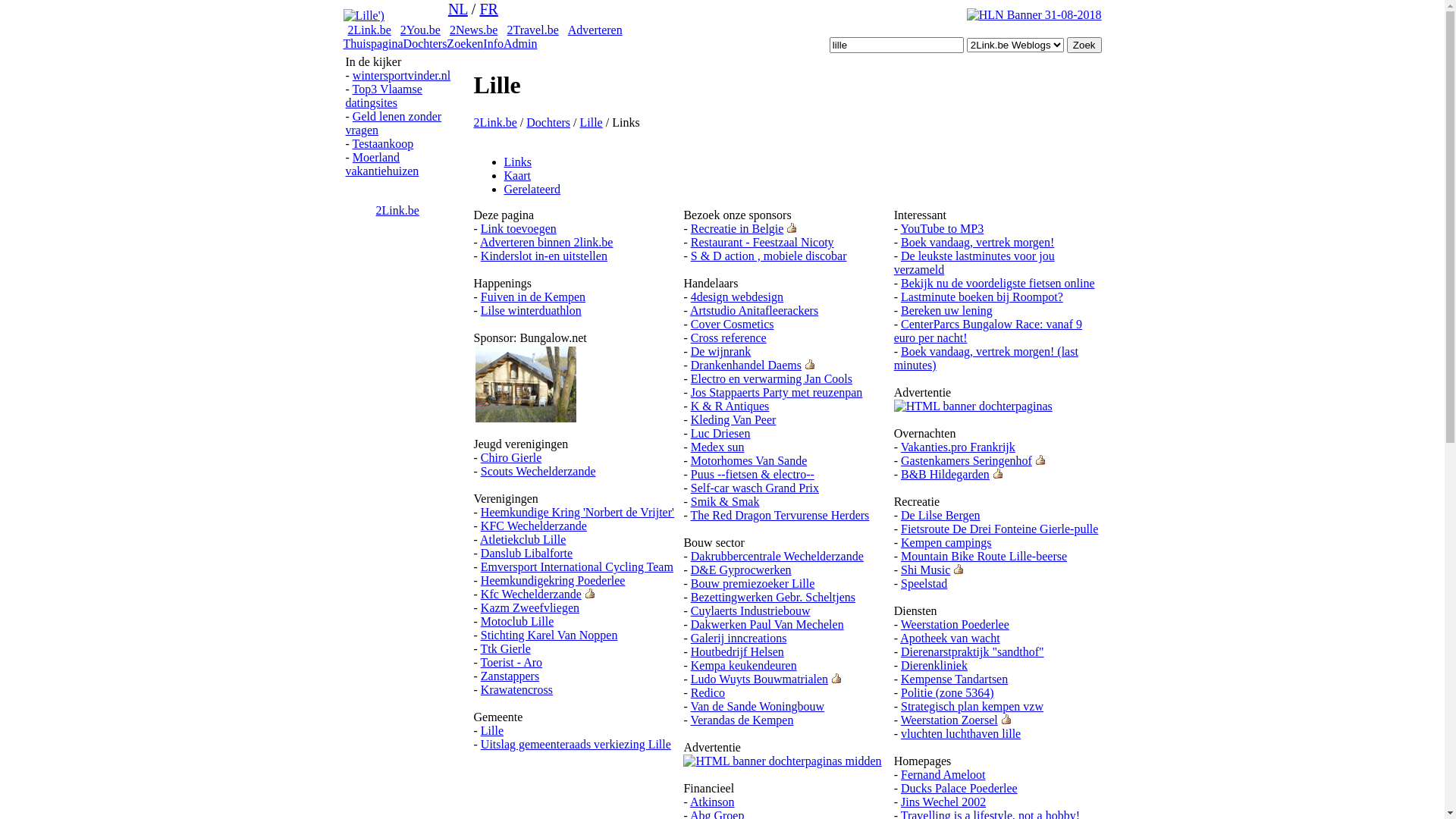 This screenshot has width=1456, height=819. What do you see at coordinates (733, 419) in the screenshot?
I see `'Kleding Van Peer'` at bounding box center [733, 419].